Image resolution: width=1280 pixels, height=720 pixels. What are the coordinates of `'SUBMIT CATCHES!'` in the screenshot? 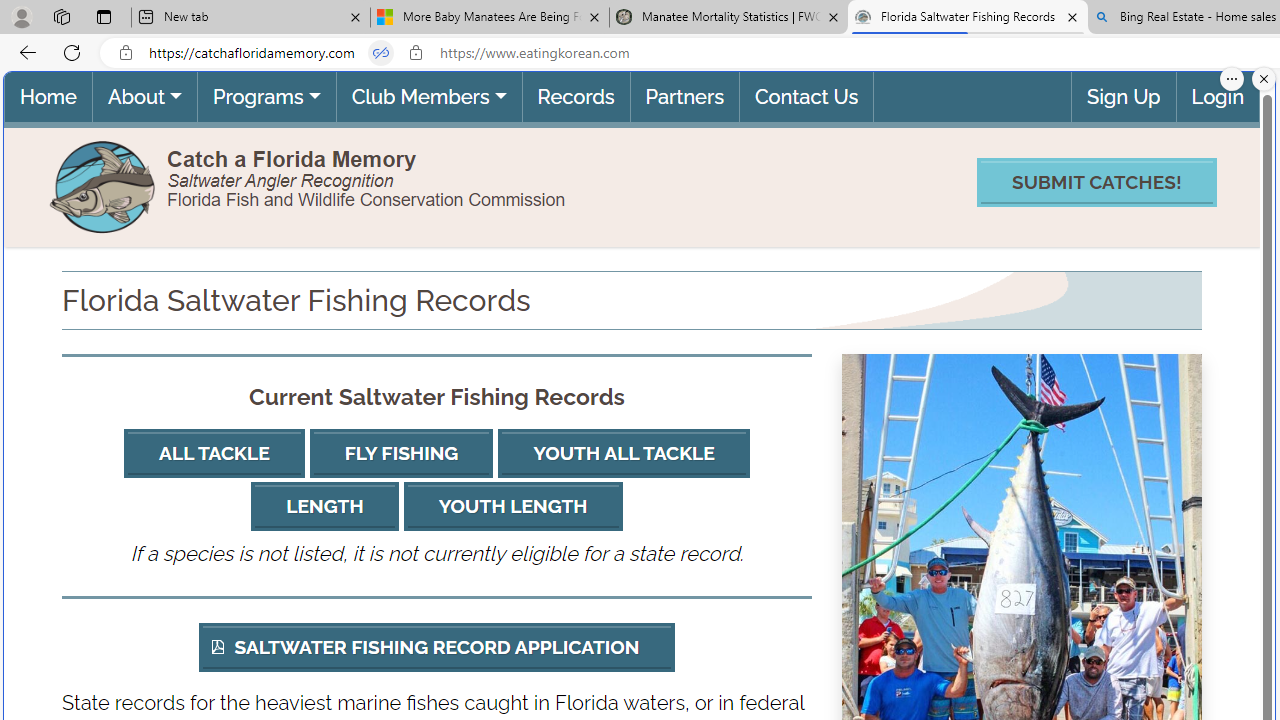 It's located at (1095, 182).